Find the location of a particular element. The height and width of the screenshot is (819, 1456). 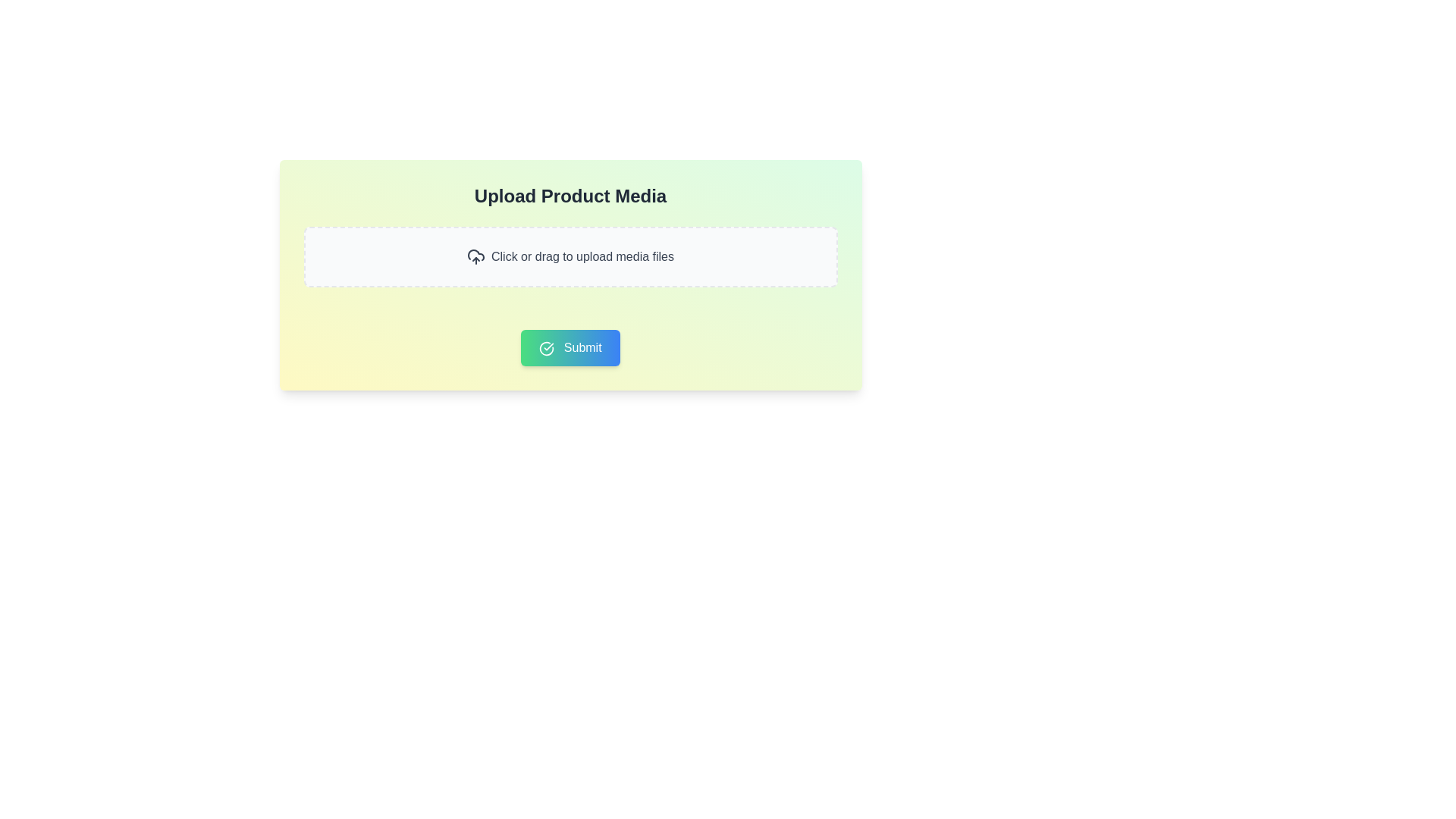

the submission button located centrally at the bottom of the light-colored card layout is located at coordinates (570, 348).